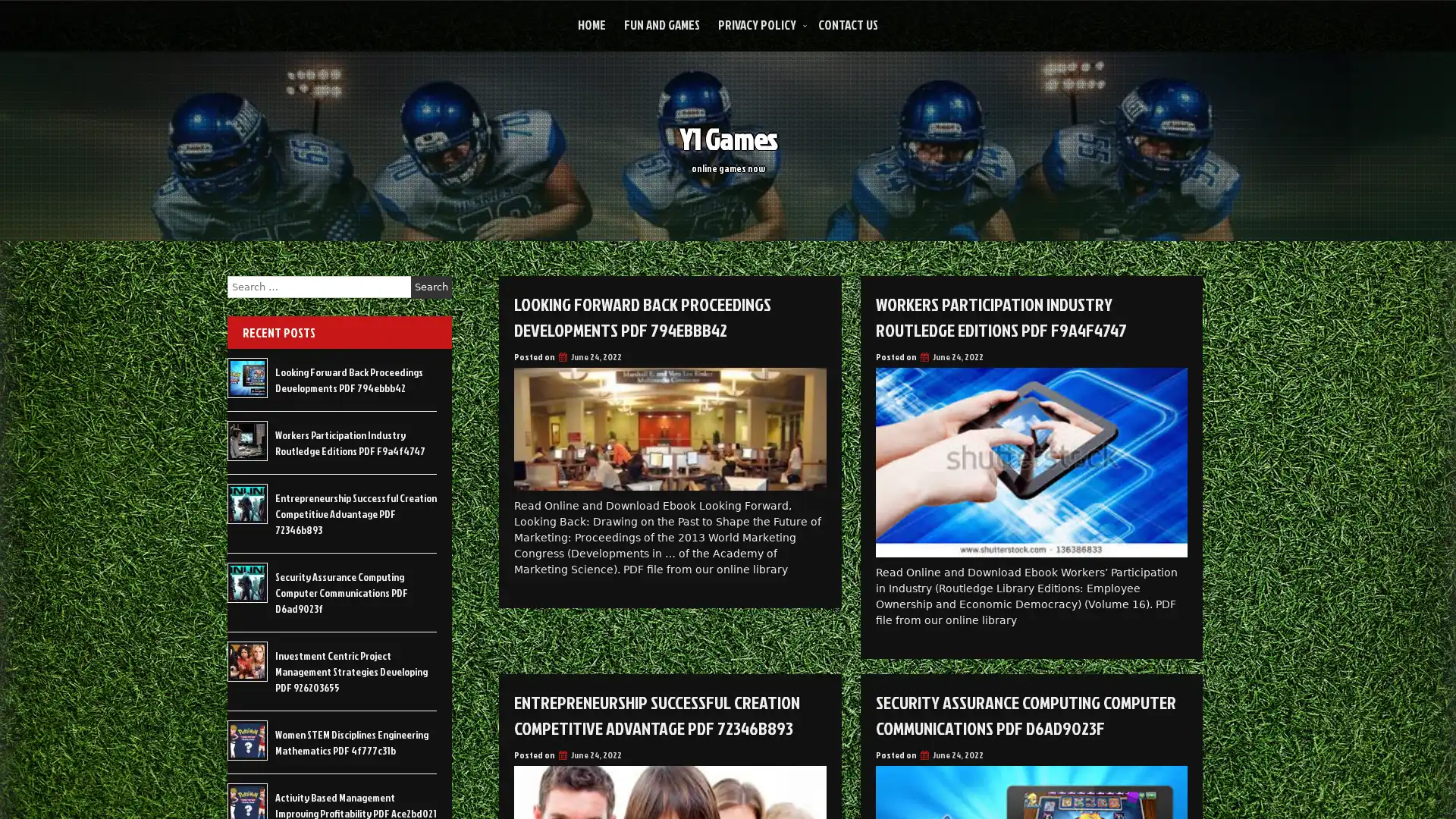 This screenshot has width=1456, height=819. Describe the element at coordinates (431, 287) in the screenshot. I see `Search` at that location.